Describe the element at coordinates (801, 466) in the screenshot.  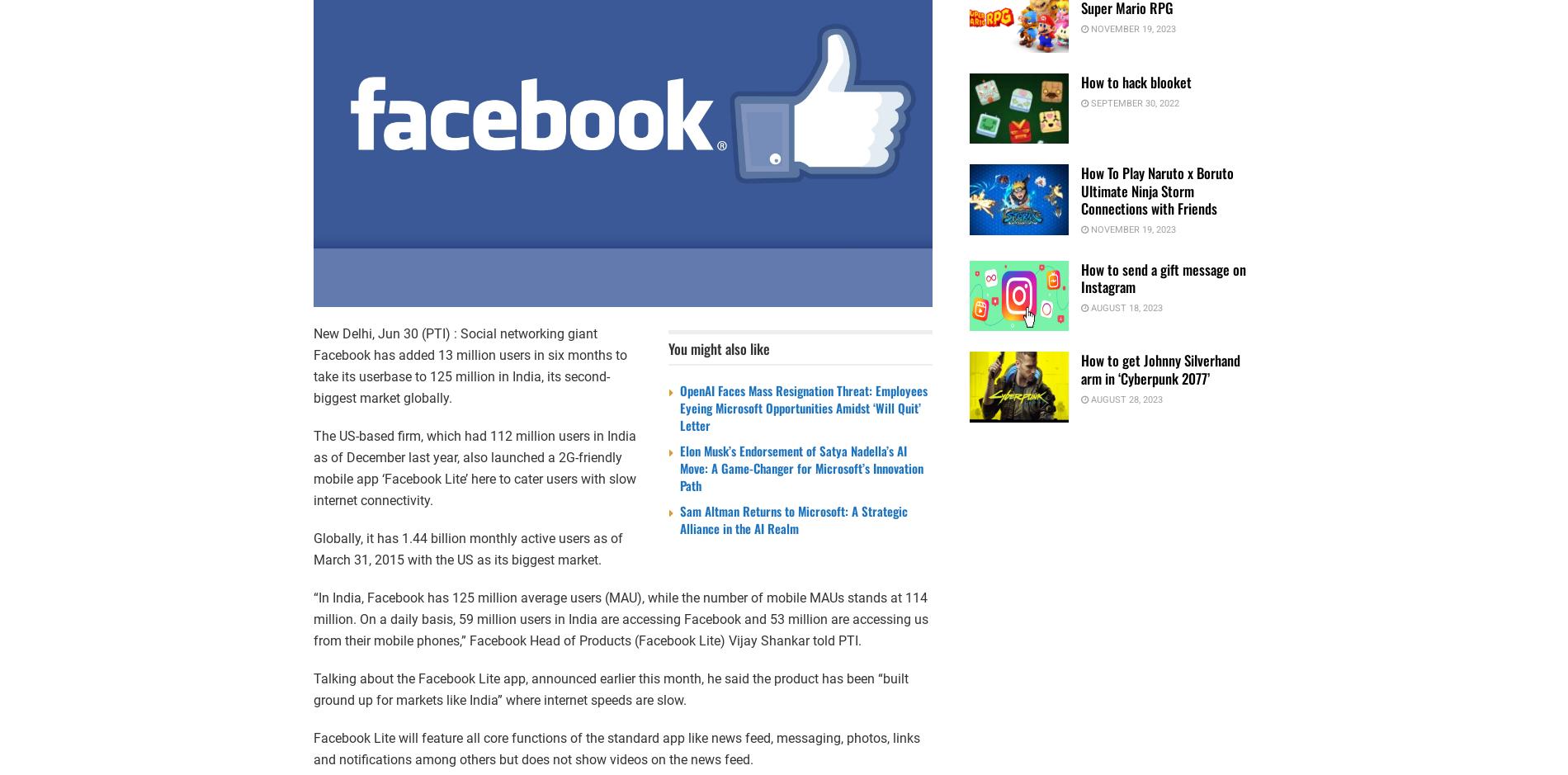
I see `'Elon Musk’s Endorsement of Satya Nadella’s AI Move: A Game-Changer for Microsoft’s Innovation Path'` at that location.